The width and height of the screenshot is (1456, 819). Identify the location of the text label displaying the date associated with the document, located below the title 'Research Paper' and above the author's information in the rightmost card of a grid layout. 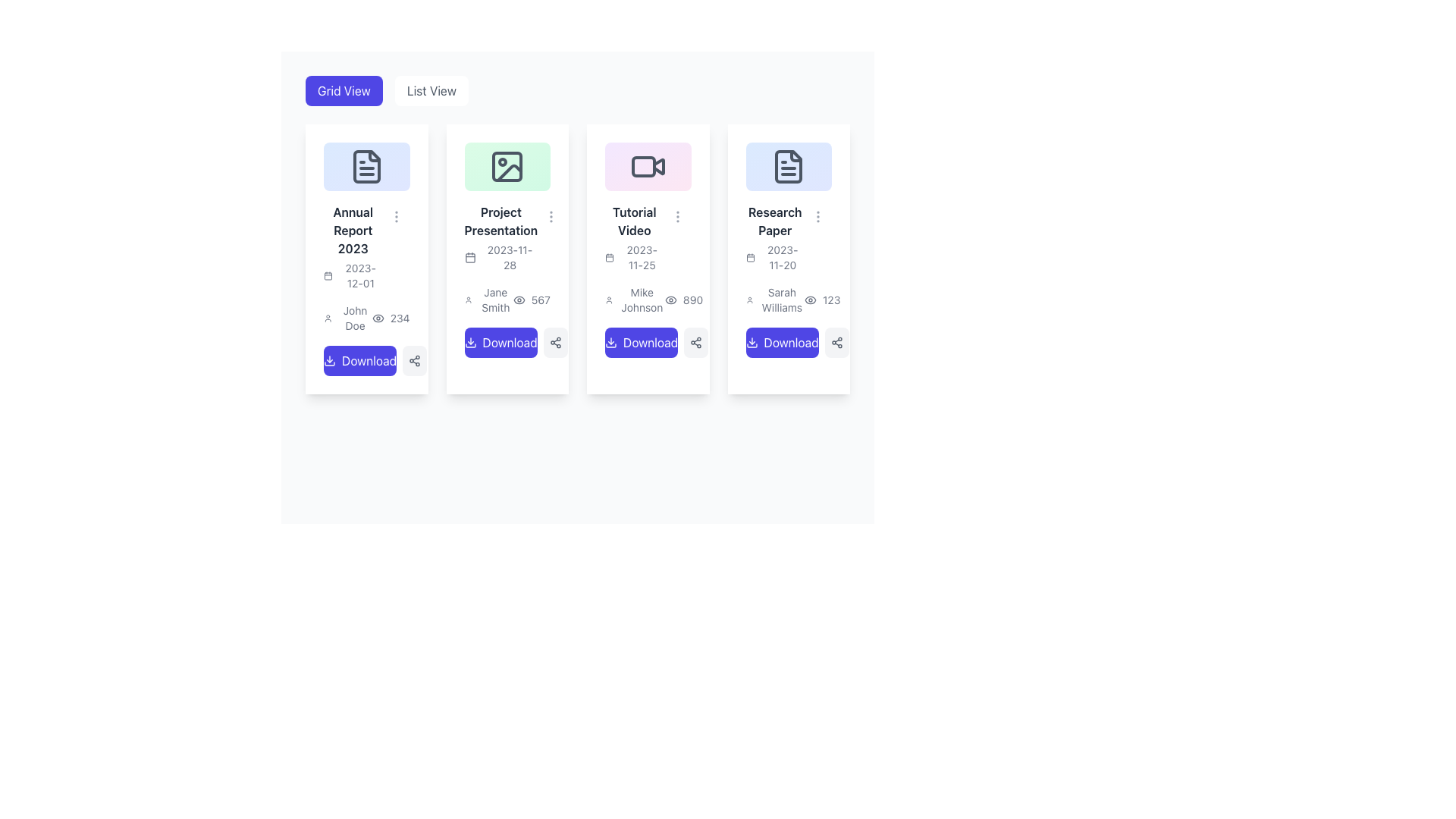
(775, 256).